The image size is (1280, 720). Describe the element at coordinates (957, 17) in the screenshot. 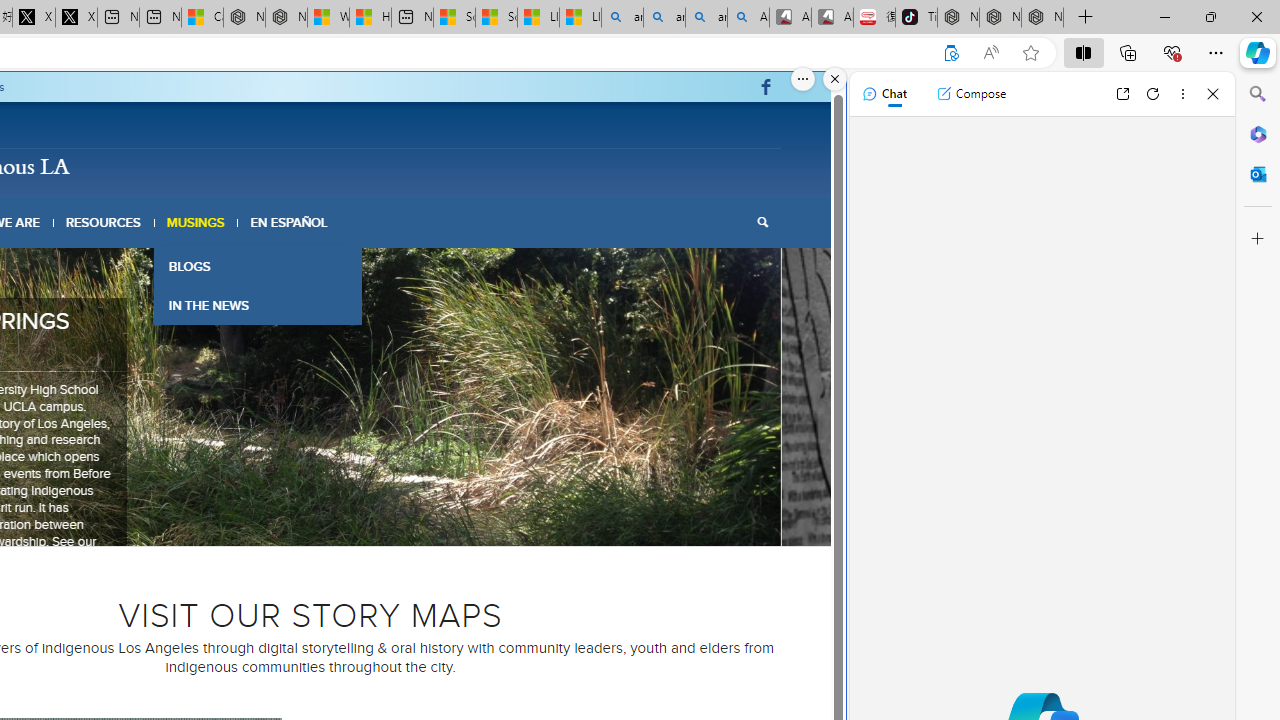

I see `'Nordace - Best Sellers'` at that location.